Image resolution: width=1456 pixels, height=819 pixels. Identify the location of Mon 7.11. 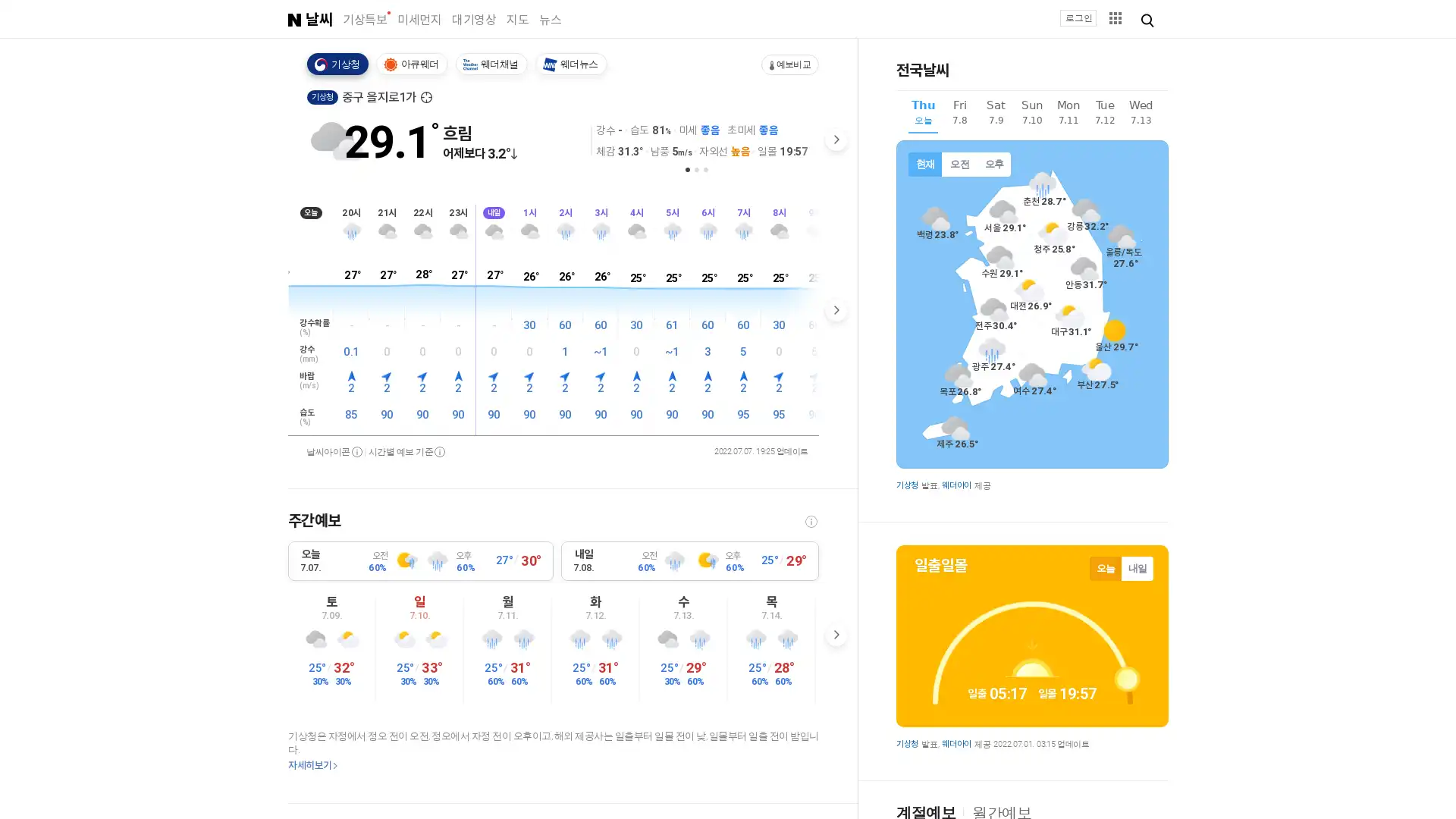
(1068, 114).